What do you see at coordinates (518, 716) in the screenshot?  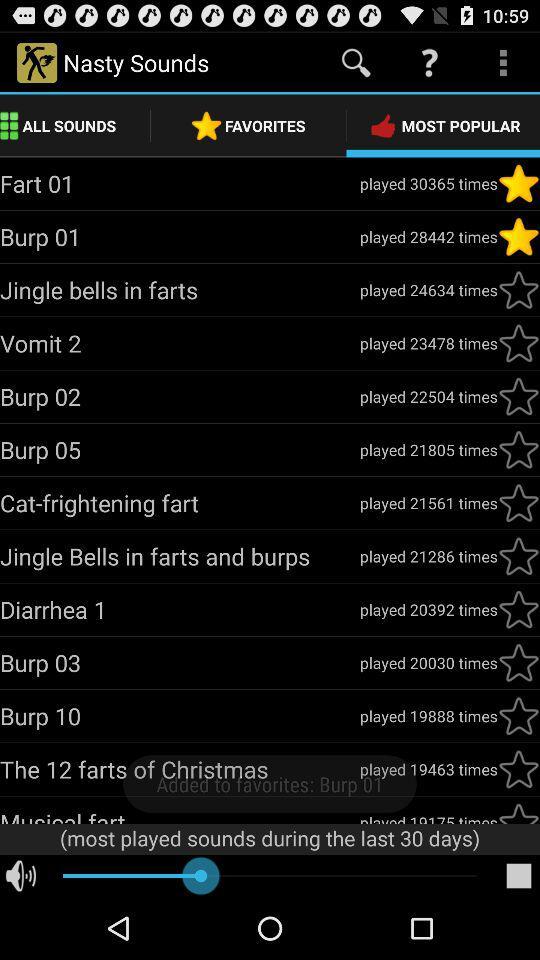 I see `mark as favorite` at bounding box center [518, 716].